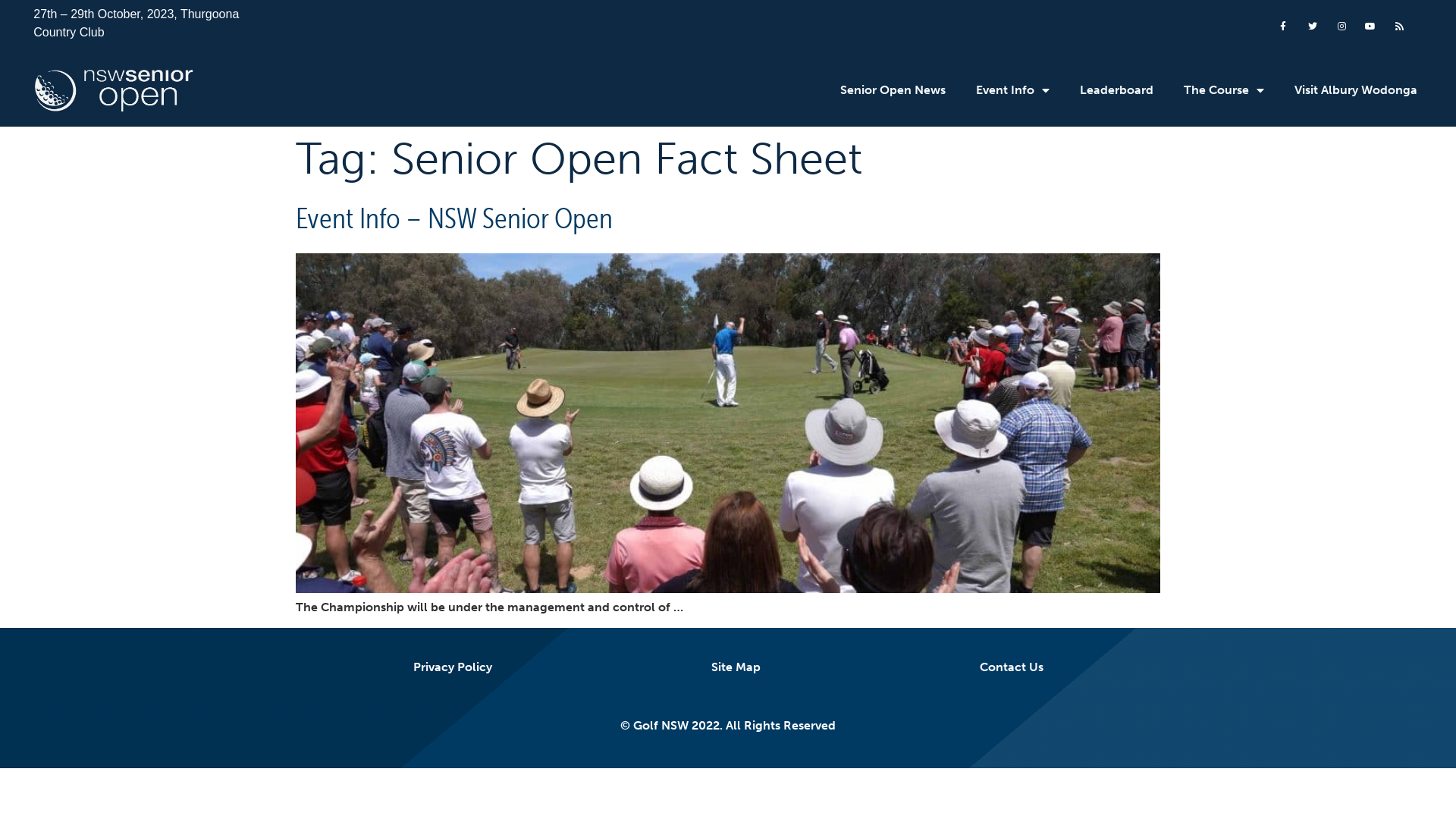 Image resolution: width=1456 pixels, height=819 pixels. Describe the element at coordinates (1223, 90) in the screenshot. I see `'The Course'` at that location.